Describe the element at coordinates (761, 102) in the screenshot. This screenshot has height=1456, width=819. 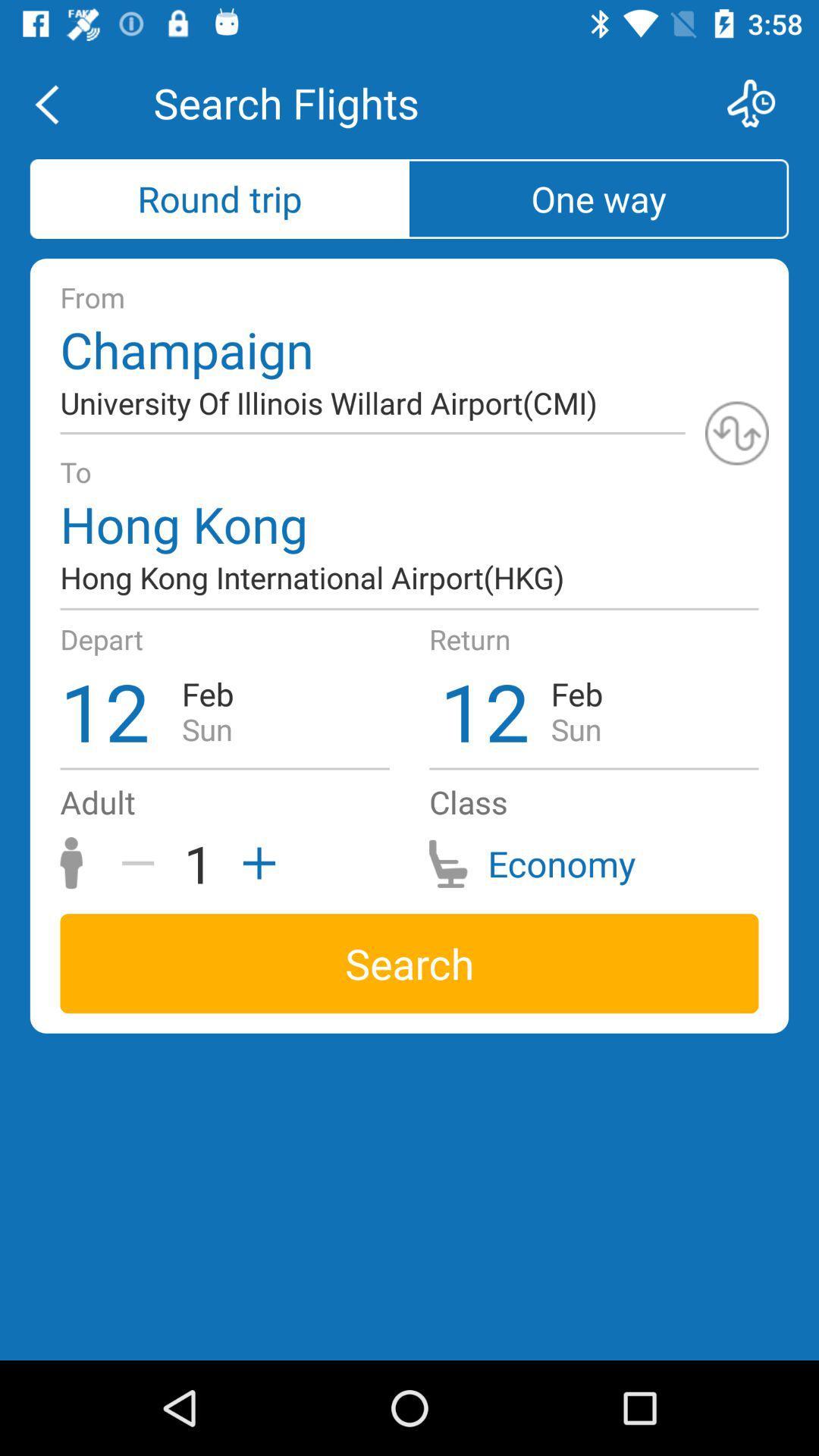
I see `to check current itineraries` at that location.